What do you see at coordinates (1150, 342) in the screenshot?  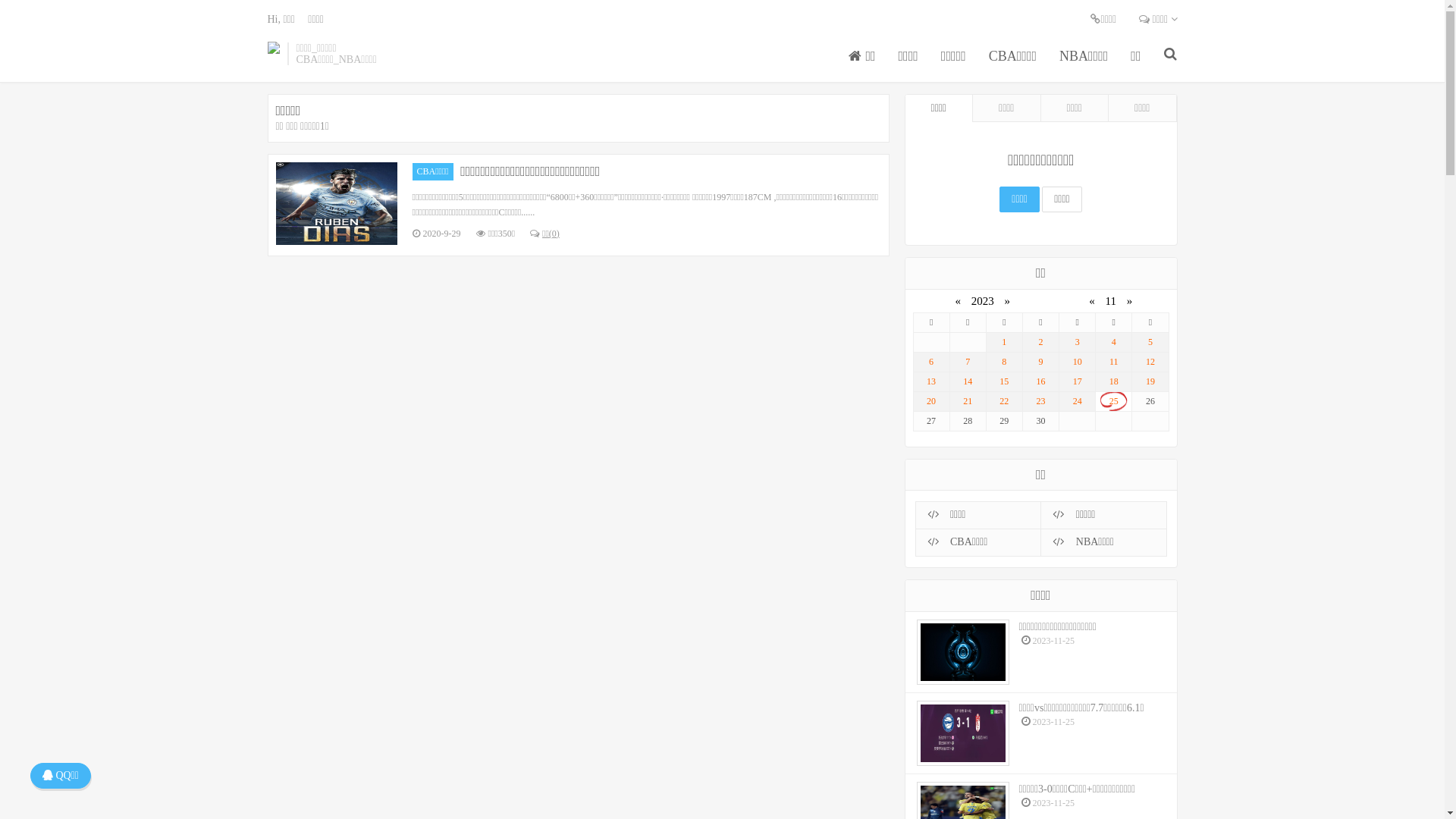 I see `'5'` at bounding box center [1150, 342].